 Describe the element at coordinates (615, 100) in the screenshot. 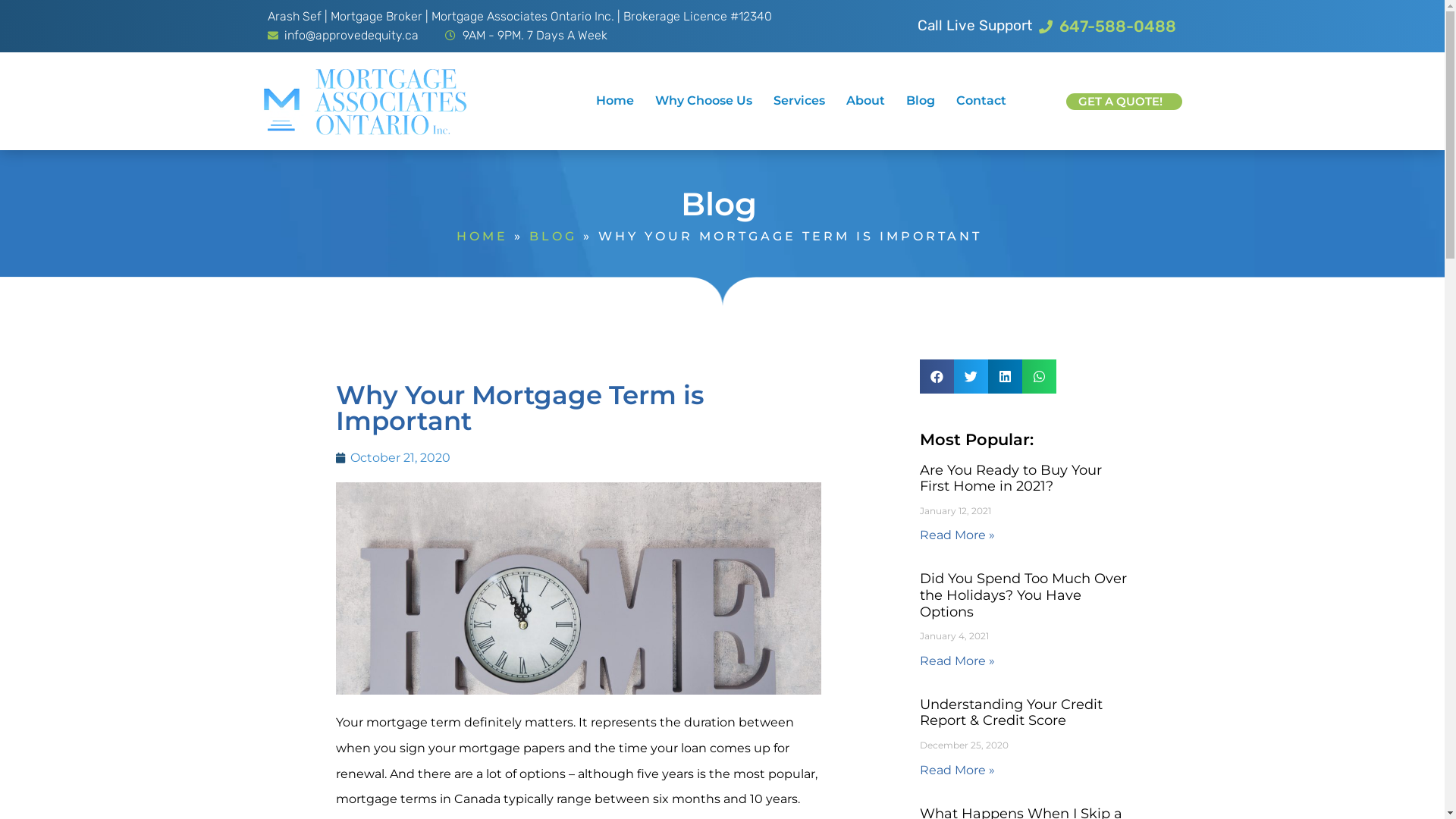

I see `'Home'` at that location.